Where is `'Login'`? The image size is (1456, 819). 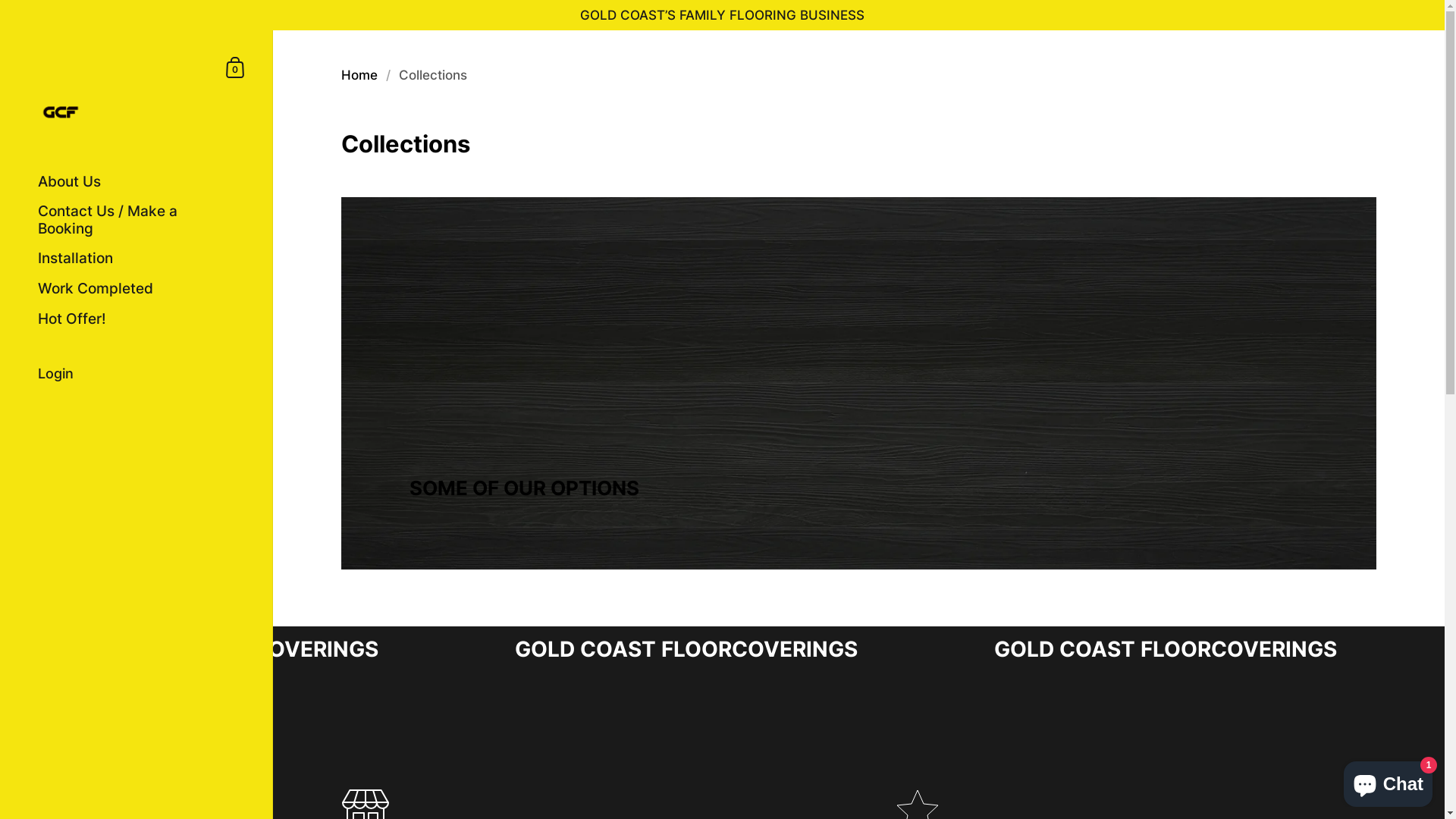
'Login' is located at coordinates (136, 375).